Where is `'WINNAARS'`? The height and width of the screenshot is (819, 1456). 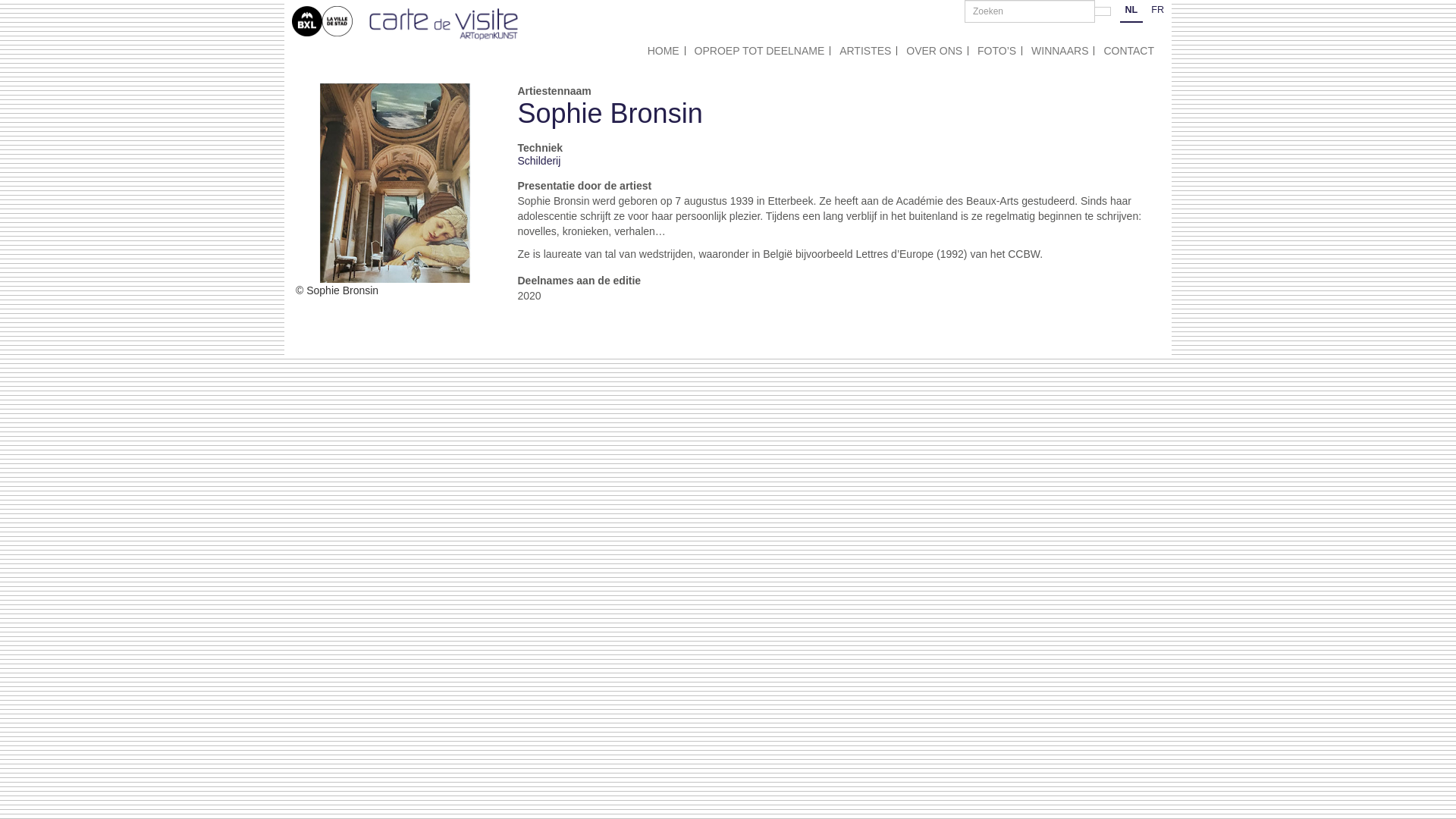 'WINNAARS' is located at coordinates (1059, 49).